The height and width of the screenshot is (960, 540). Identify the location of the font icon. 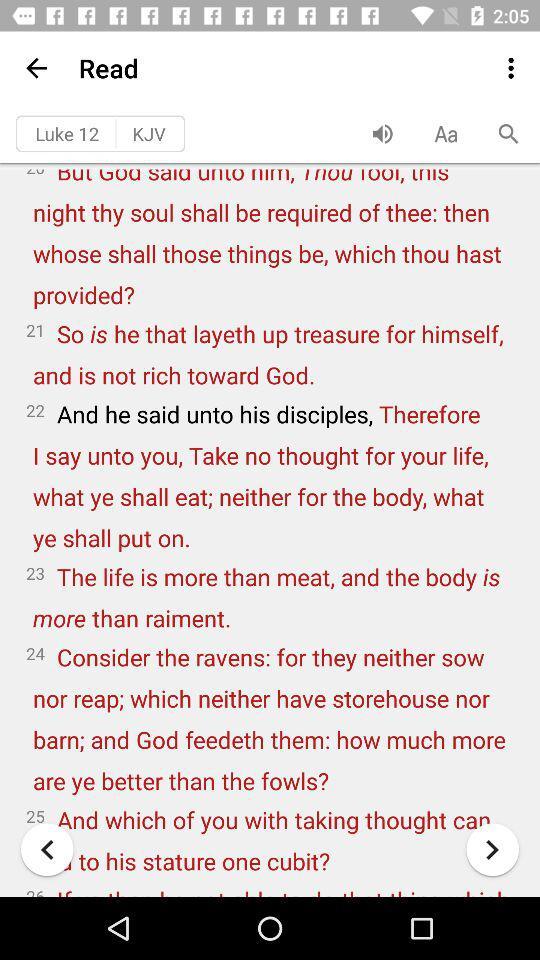
(445, 132).